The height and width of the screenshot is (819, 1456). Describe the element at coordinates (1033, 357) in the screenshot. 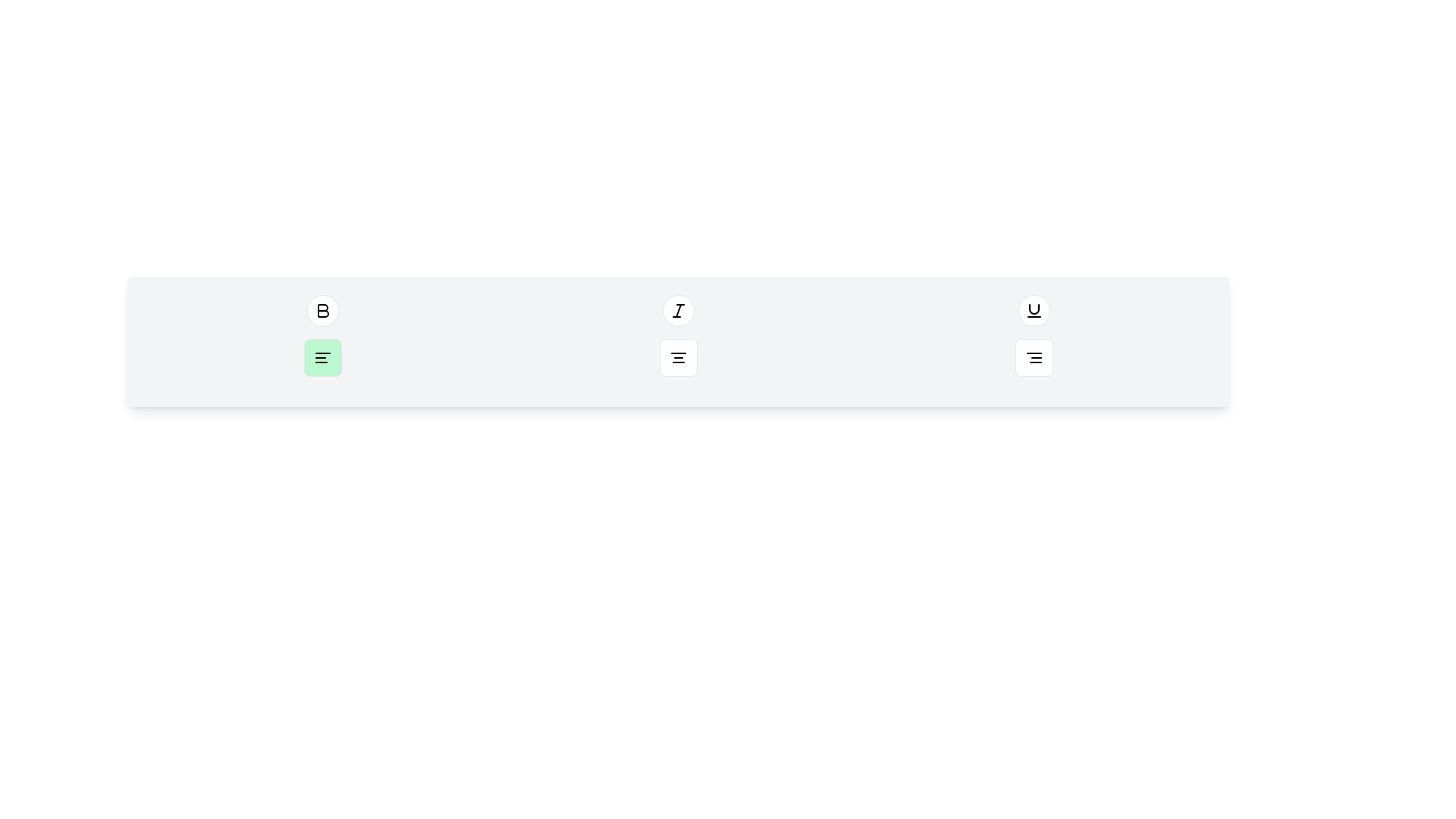

I see `the rightmost rounded square button with a white background and an icon of three horizontal lines` at that location.